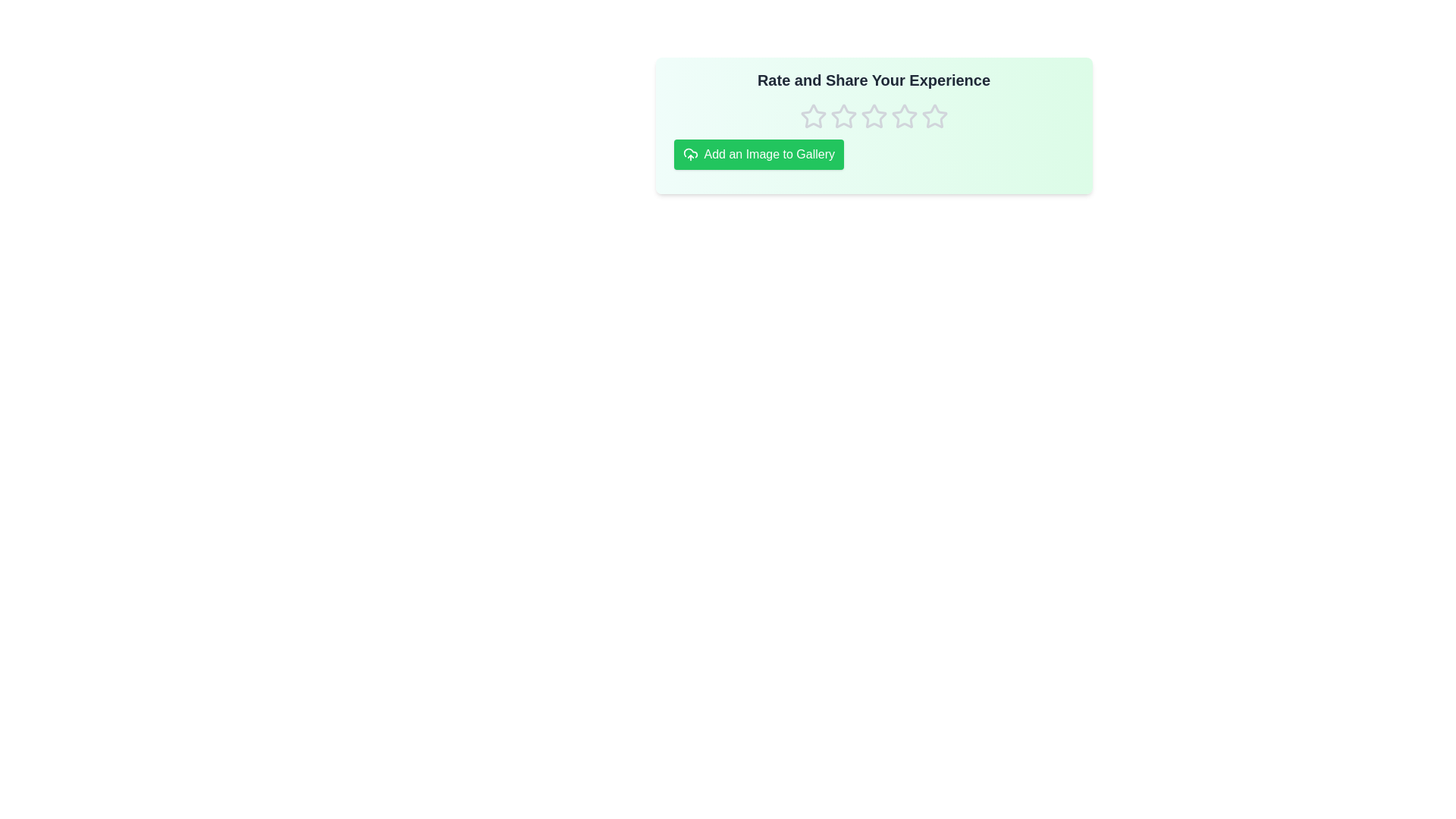  What do you see at coordinates (843, 116) in the screenshot?
I see `the rating to 2 stars by clicking on the corresponding star` at bounding box center [843, 116].